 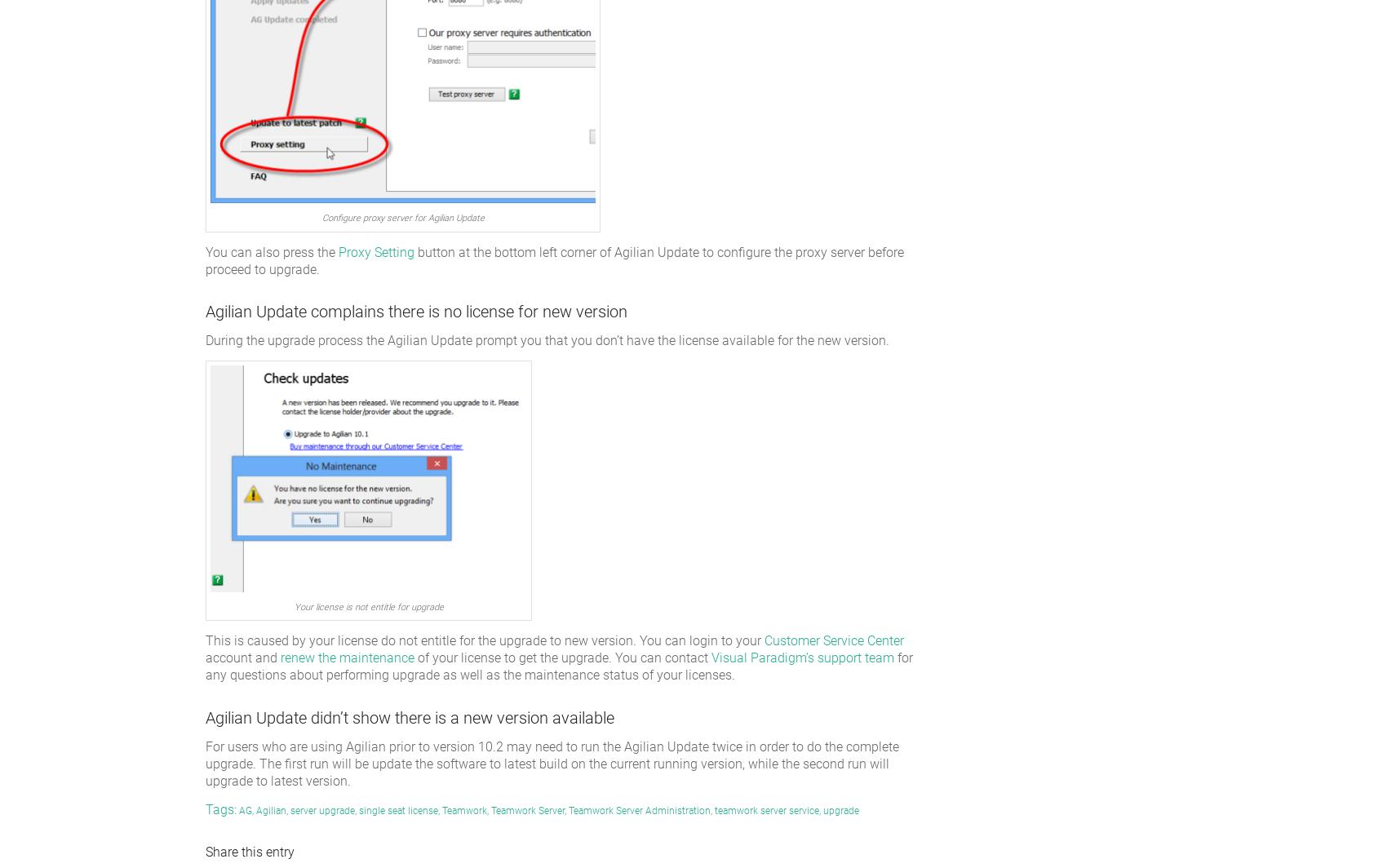 What do you see at coordinates (415, 311) in the screenshot?
I see `'Agilian Update complains there is no license for new version'` at bounding box center [415, 311].